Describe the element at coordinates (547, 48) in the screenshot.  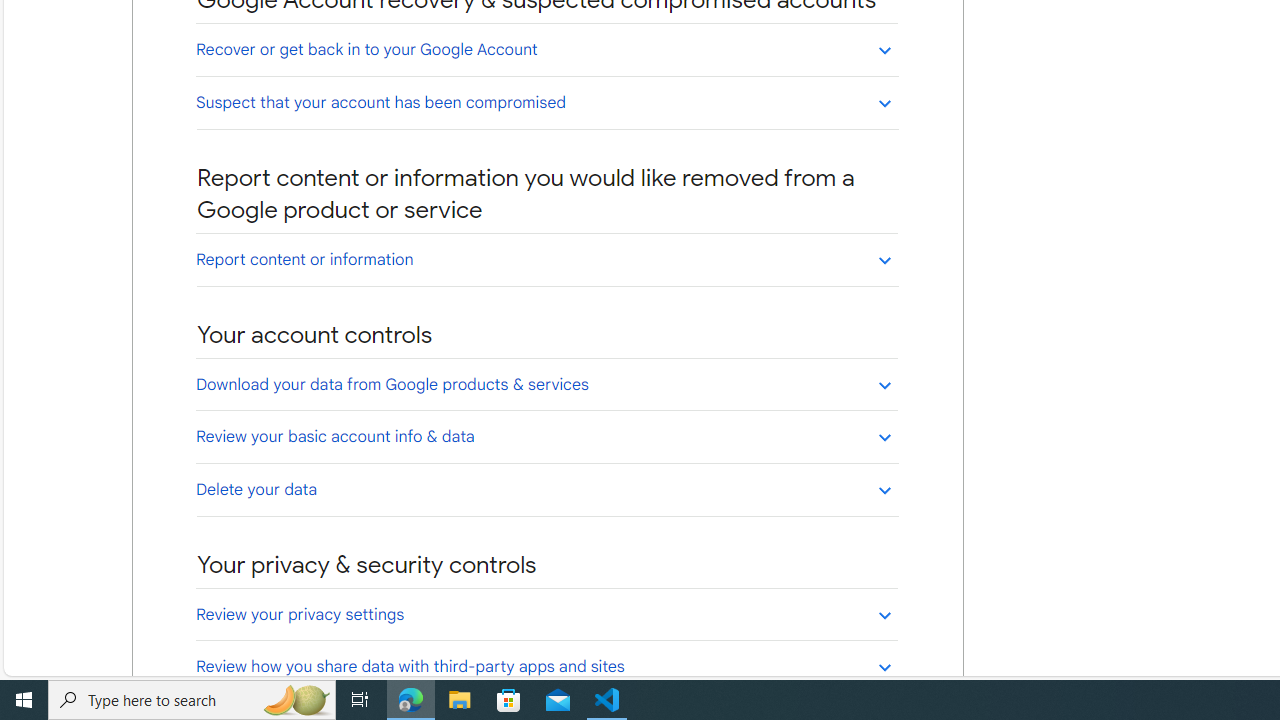
I see `'Recover or get back in to your Google Account'` at that location.